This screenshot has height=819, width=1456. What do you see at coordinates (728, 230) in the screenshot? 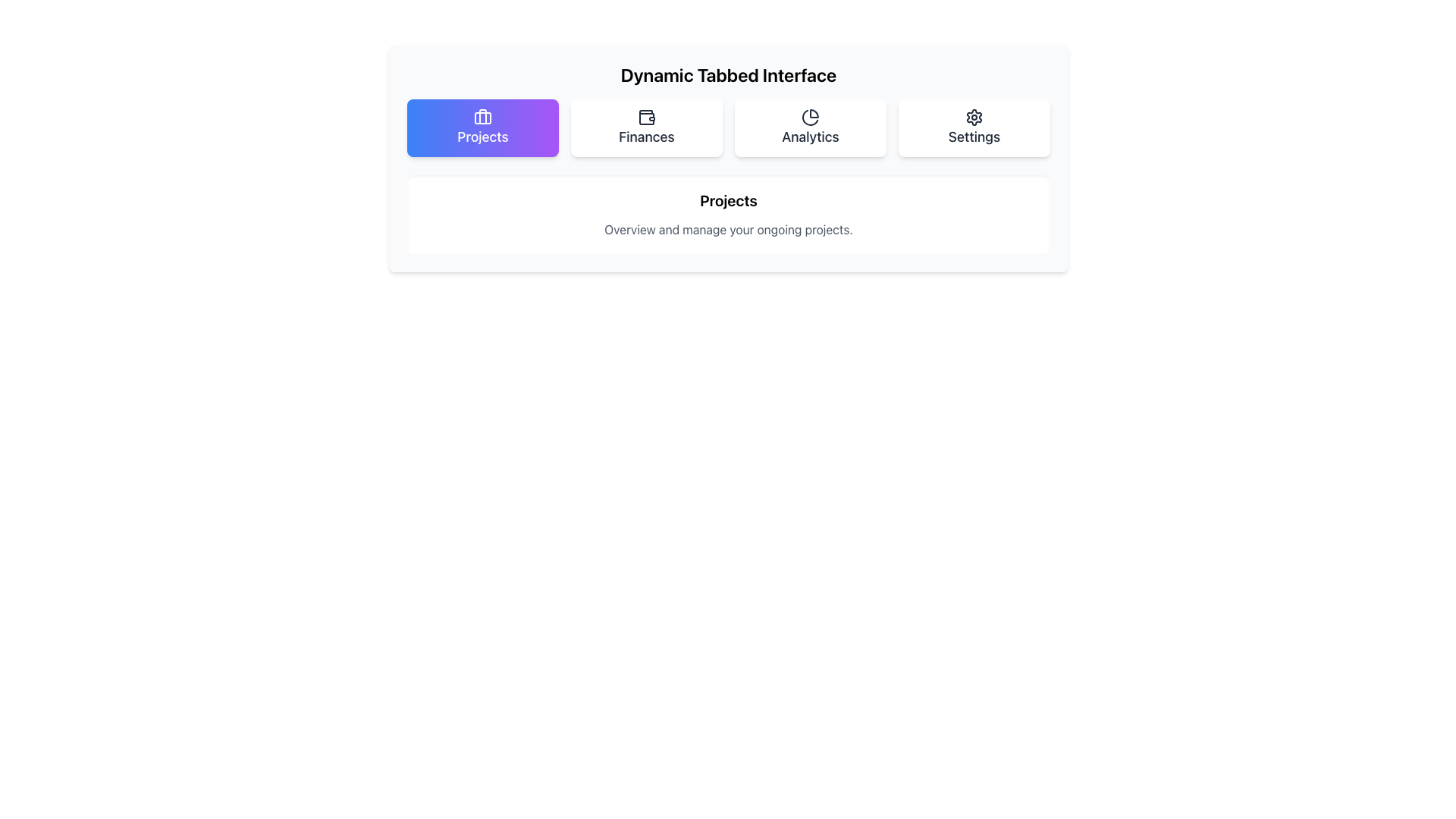
I see `the descriptive text component that displays the phrase 'Overview and manage your ongoing projects.' which is styled in gray and positioned below the 'Projects' header` at bounding box center [728, 230].